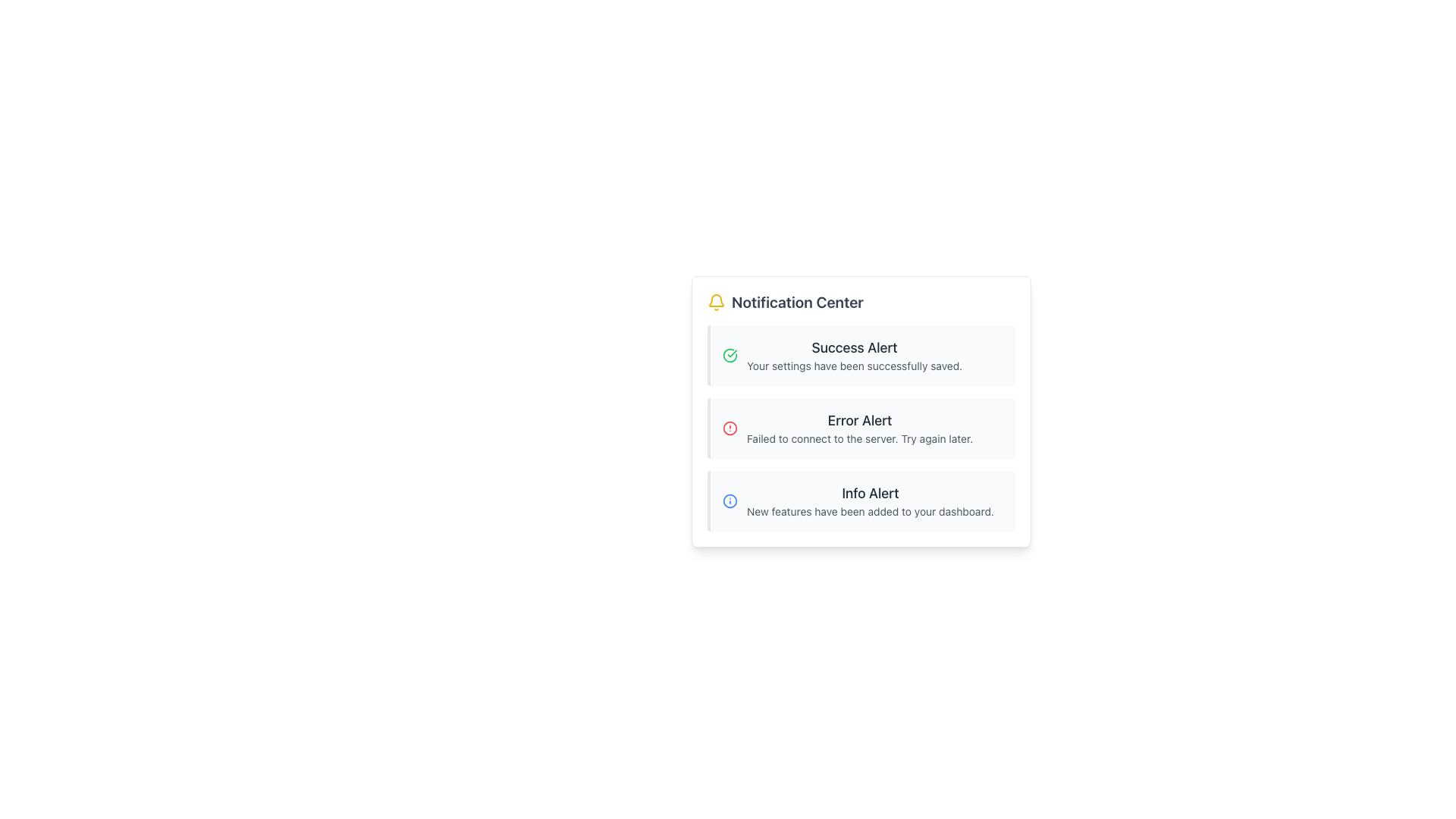 This screenshot has width=1456, height=819. I want to click on the outermost circle of the 'info' icon located to the left of the 'Info Alert' text in the notification center card, so click(730, 500).